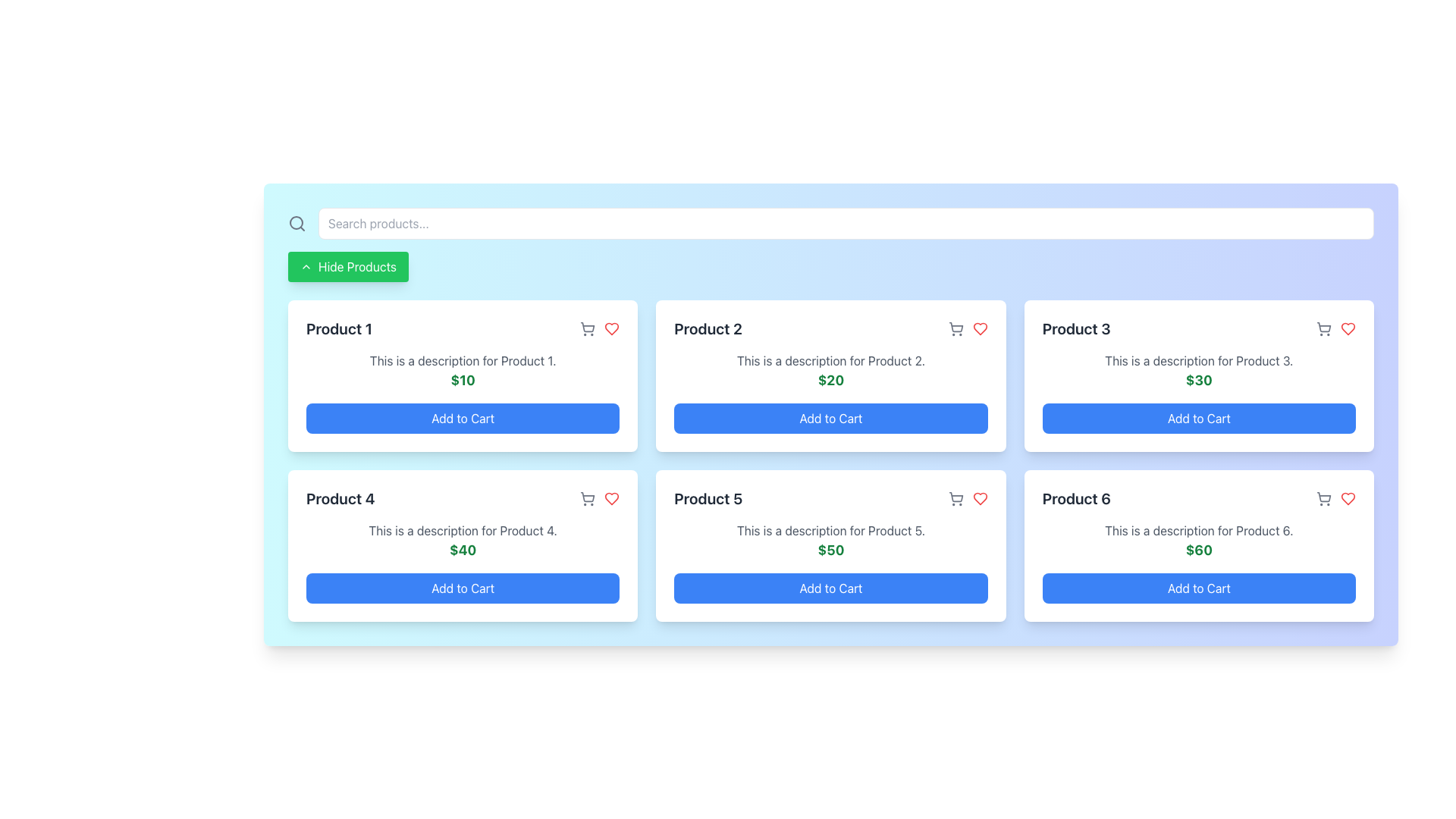 The width and height of the screenshot is (1456, 819). Describe the element at coordinates (1075, 328) in the screenshot. I see `the text label displaying 'Product 3' in bold, large, dark gray font, located in the upper right card of the product grid, below the search bar` at that location.